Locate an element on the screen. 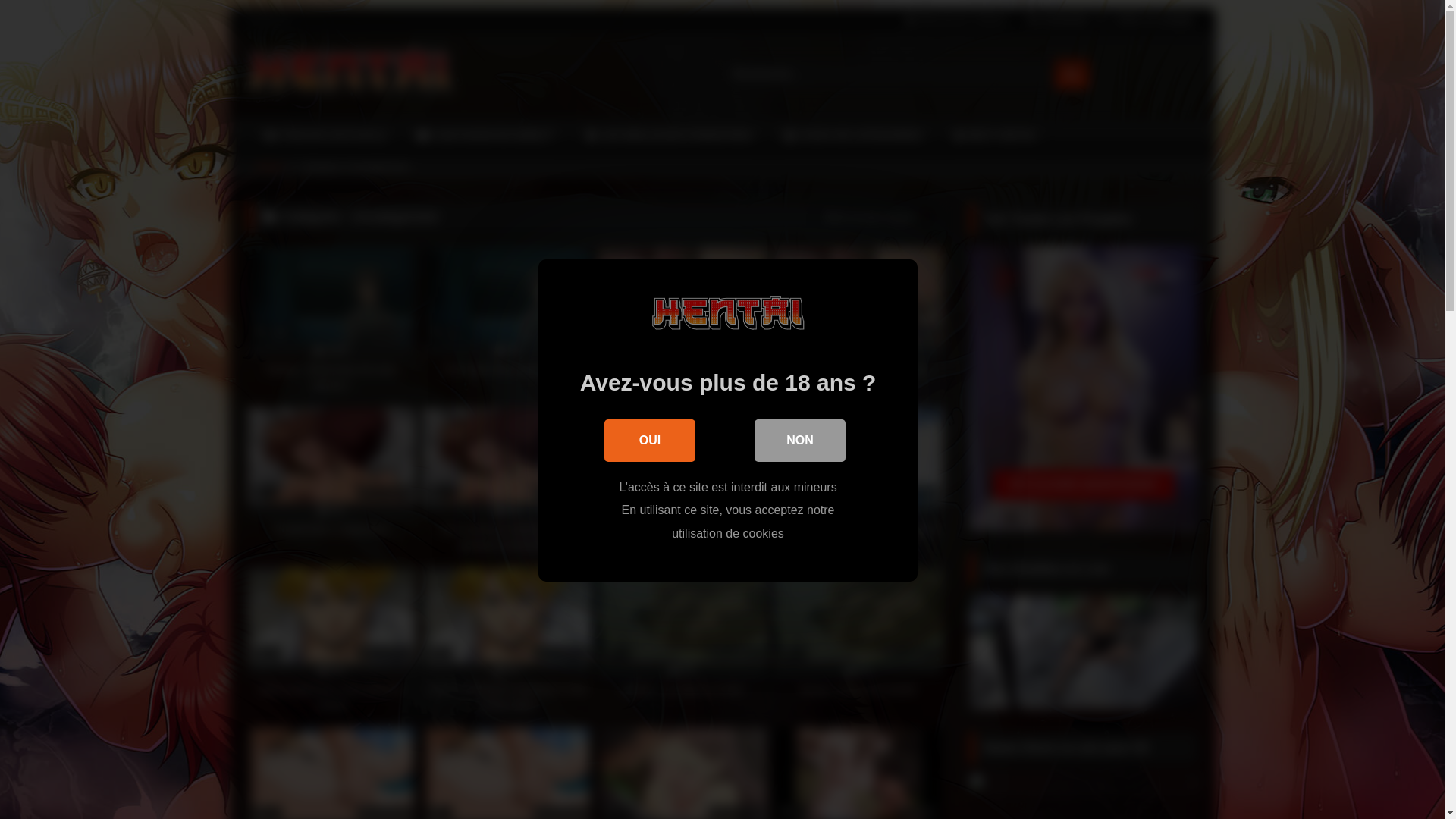 The height and width of the screenshot is (819, 1456). 'TROUVE UN PLAN Q' is located at coordinates (324, 134).